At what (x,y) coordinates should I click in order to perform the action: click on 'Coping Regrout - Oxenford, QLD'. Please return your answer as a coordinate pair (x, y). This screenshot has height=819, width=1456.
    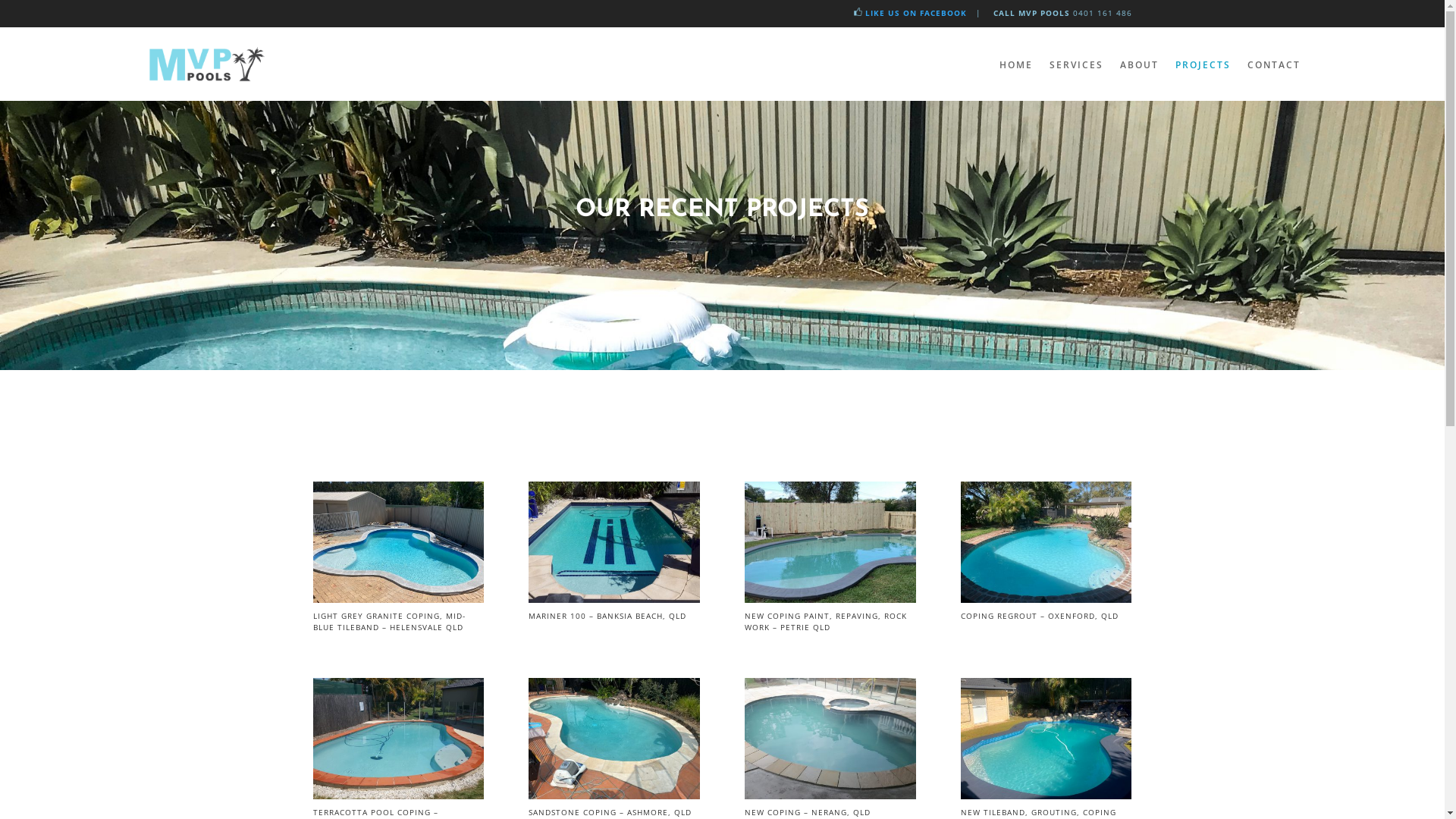
    Looking at the image, I should click on (1045, 598).